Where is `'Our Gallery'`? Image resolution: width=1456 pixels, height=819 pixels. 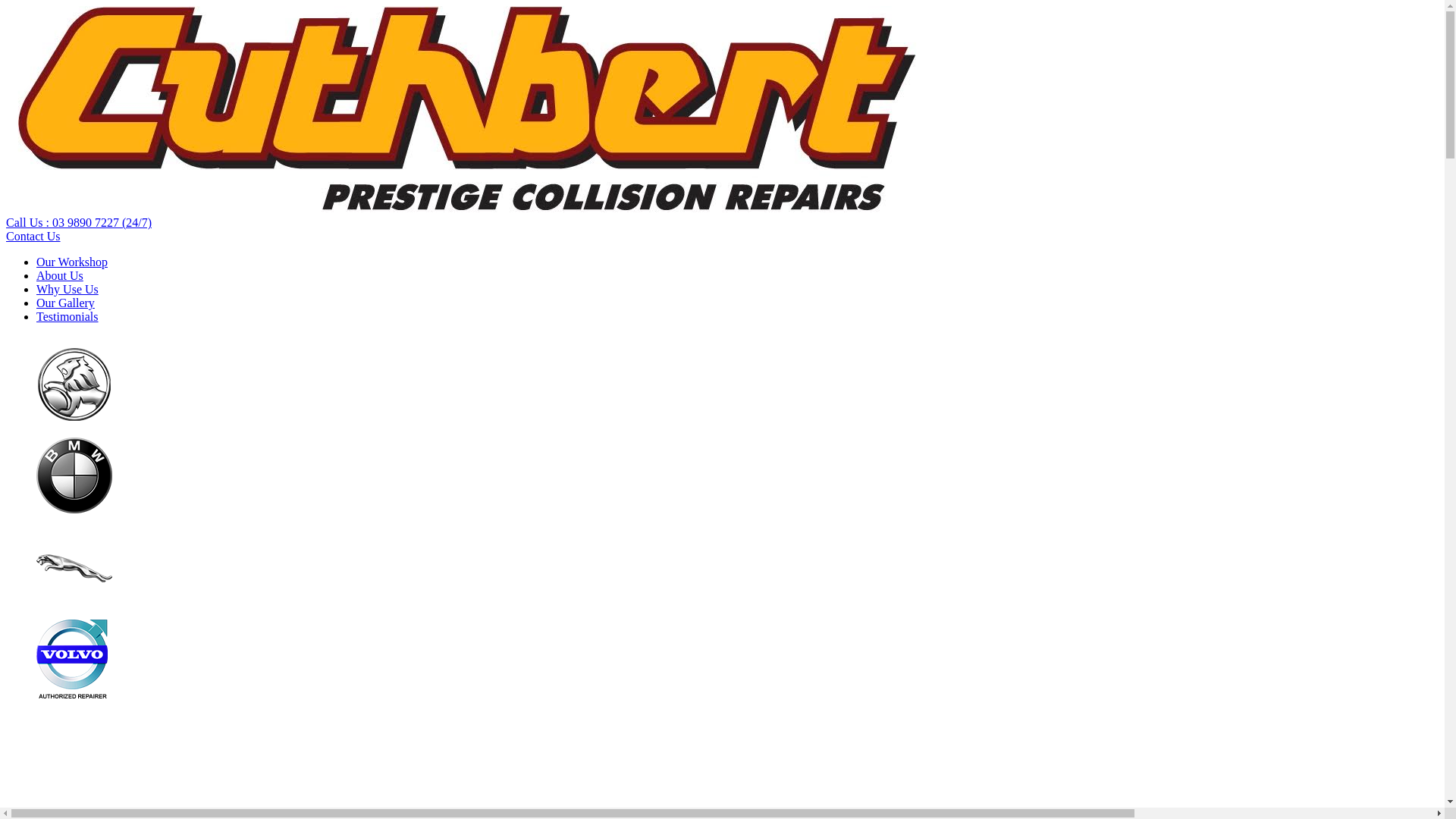
'Our Gallery' is located at coordinates (64, 303).